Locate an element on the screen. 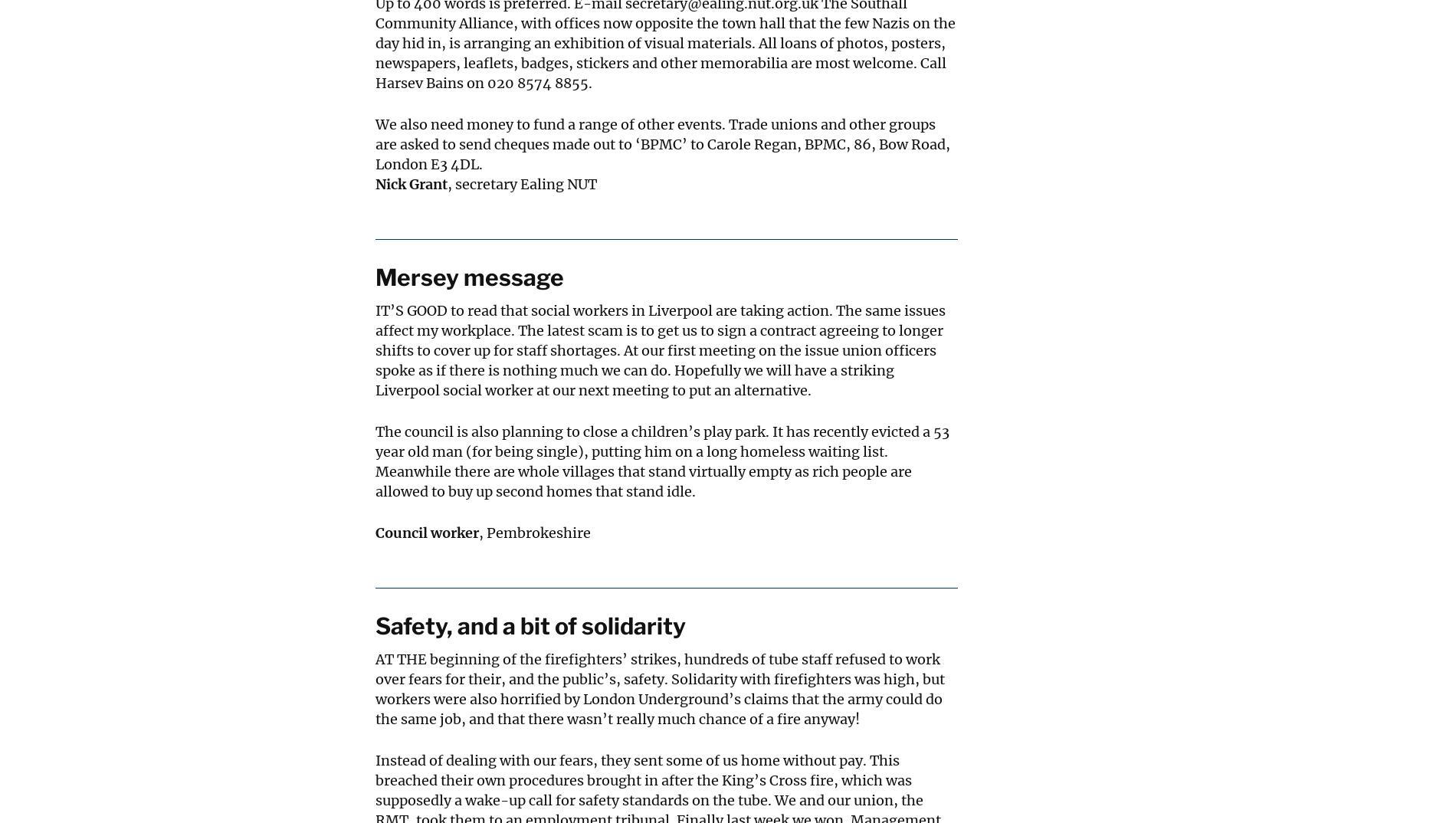 This screenshot has width=1456, height=823. 'We also need money to fund a range of other events. Trade unions and other groups are asked to send cheques made out to ‘BPMC’ to Carole Regan, BPMC, 86, Bow Road, London E3 4DL.' is located at coordinates (375, 144).